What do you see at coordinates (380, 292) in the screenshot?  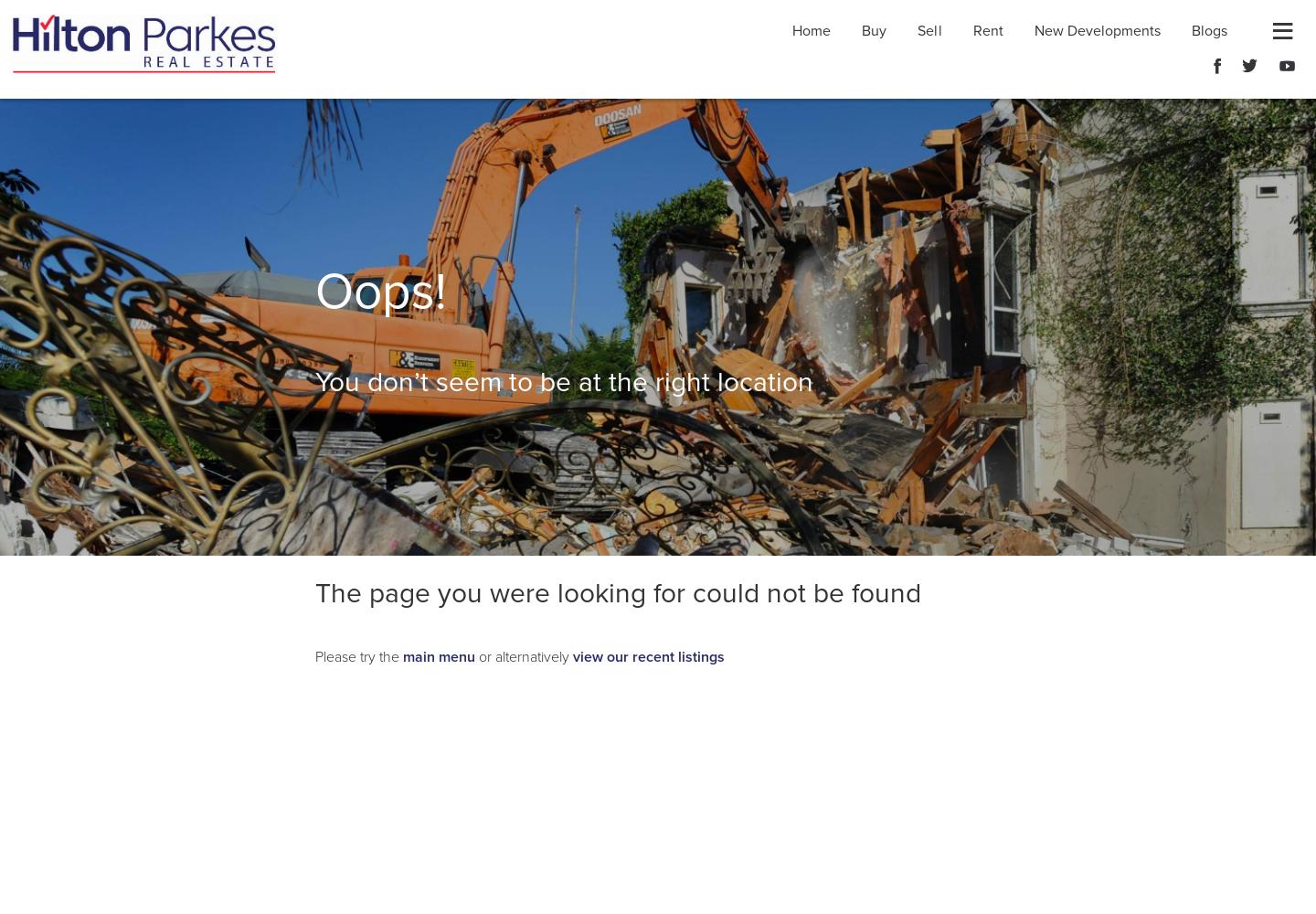 I see `'Oops!'` at bounding box center [380, 292].